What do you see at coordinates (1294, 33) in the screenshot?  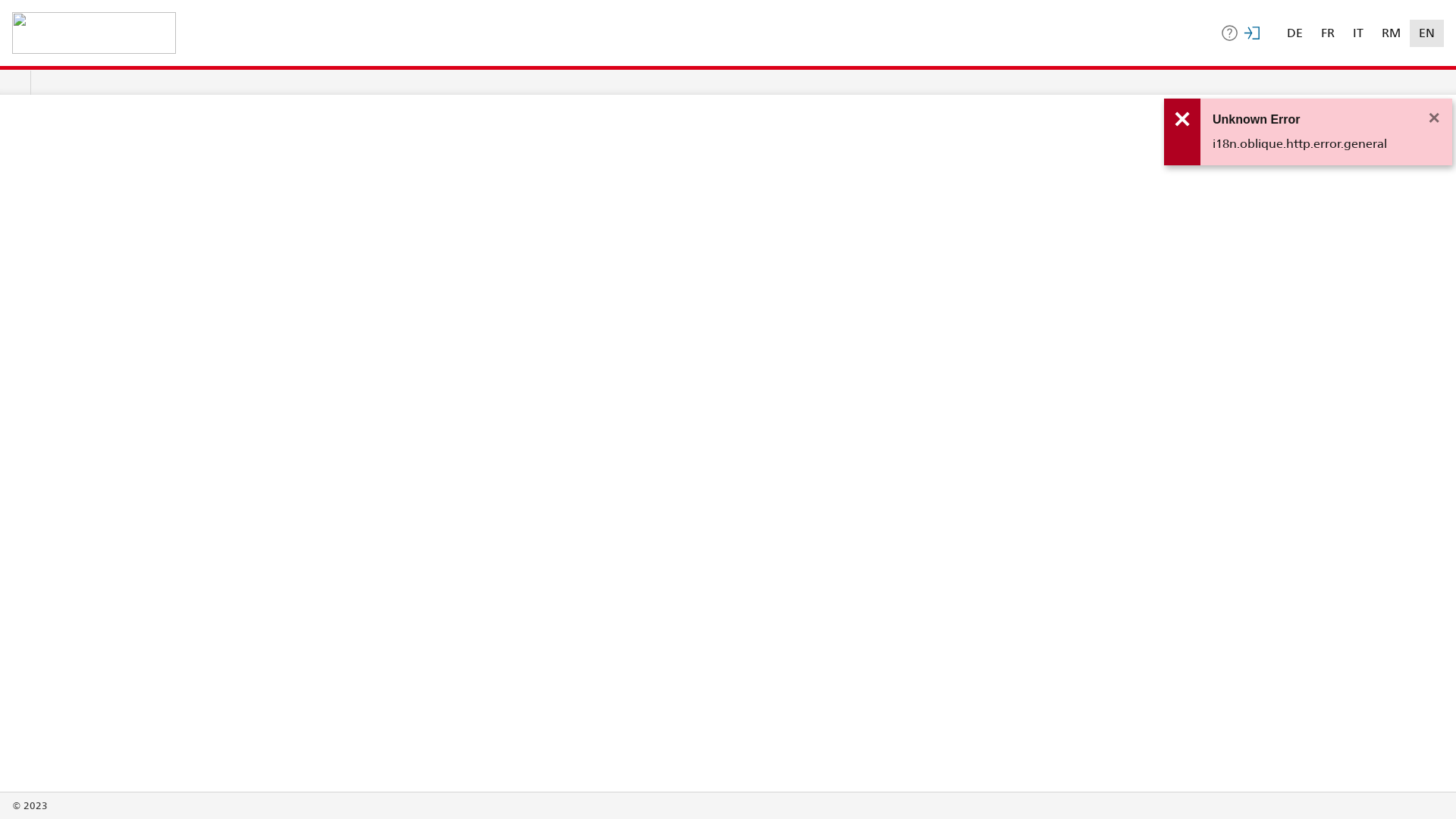 I see `'DE'` at bounding box center [1294, 33].